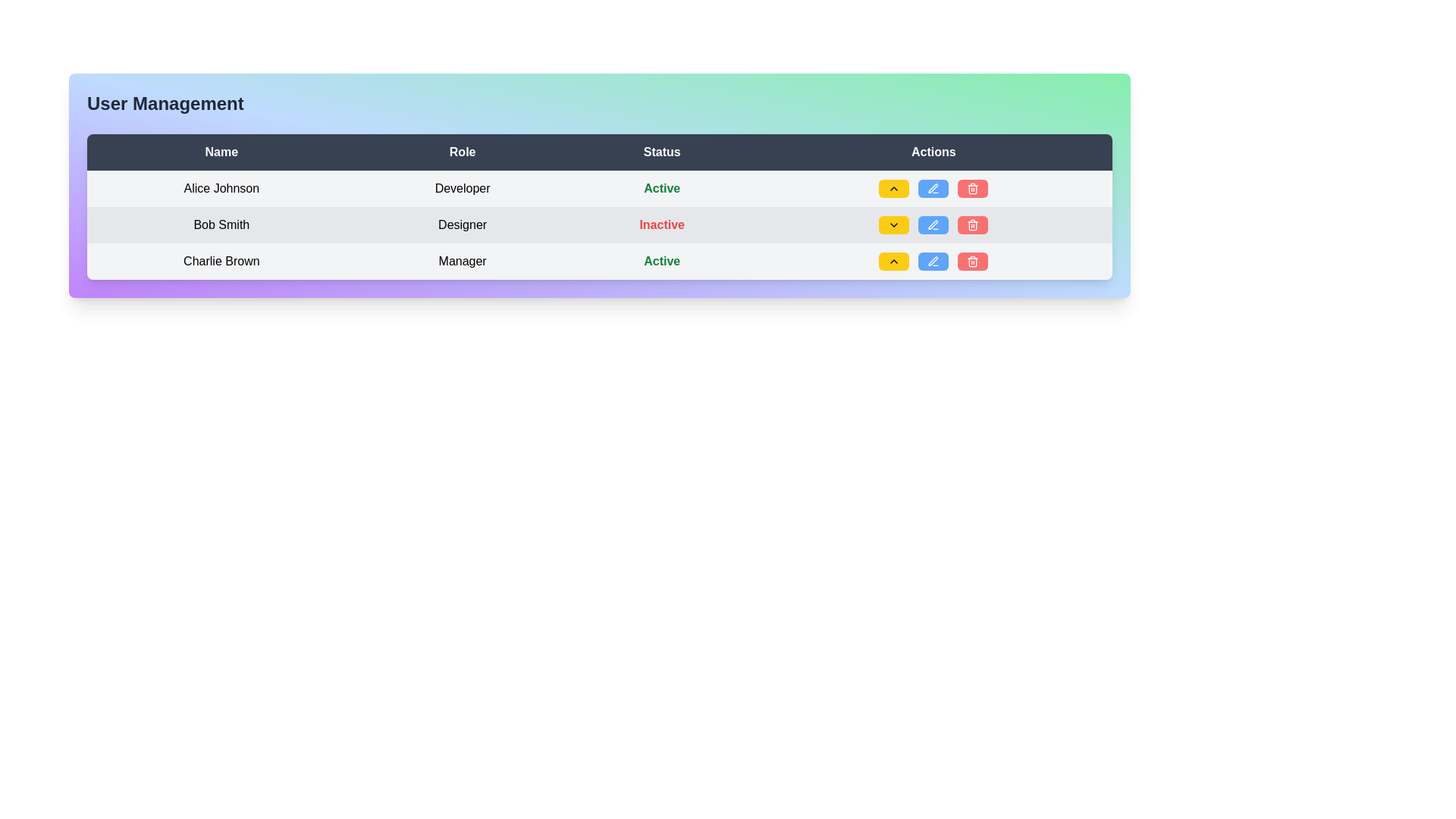 This screenshot has width=1456, height=819. What do you see at coordinates (973, 260) in the screenshot?
I see `the delete button associated with 'Charlie Brown' to change its background color` at bounding box center [973, 260].